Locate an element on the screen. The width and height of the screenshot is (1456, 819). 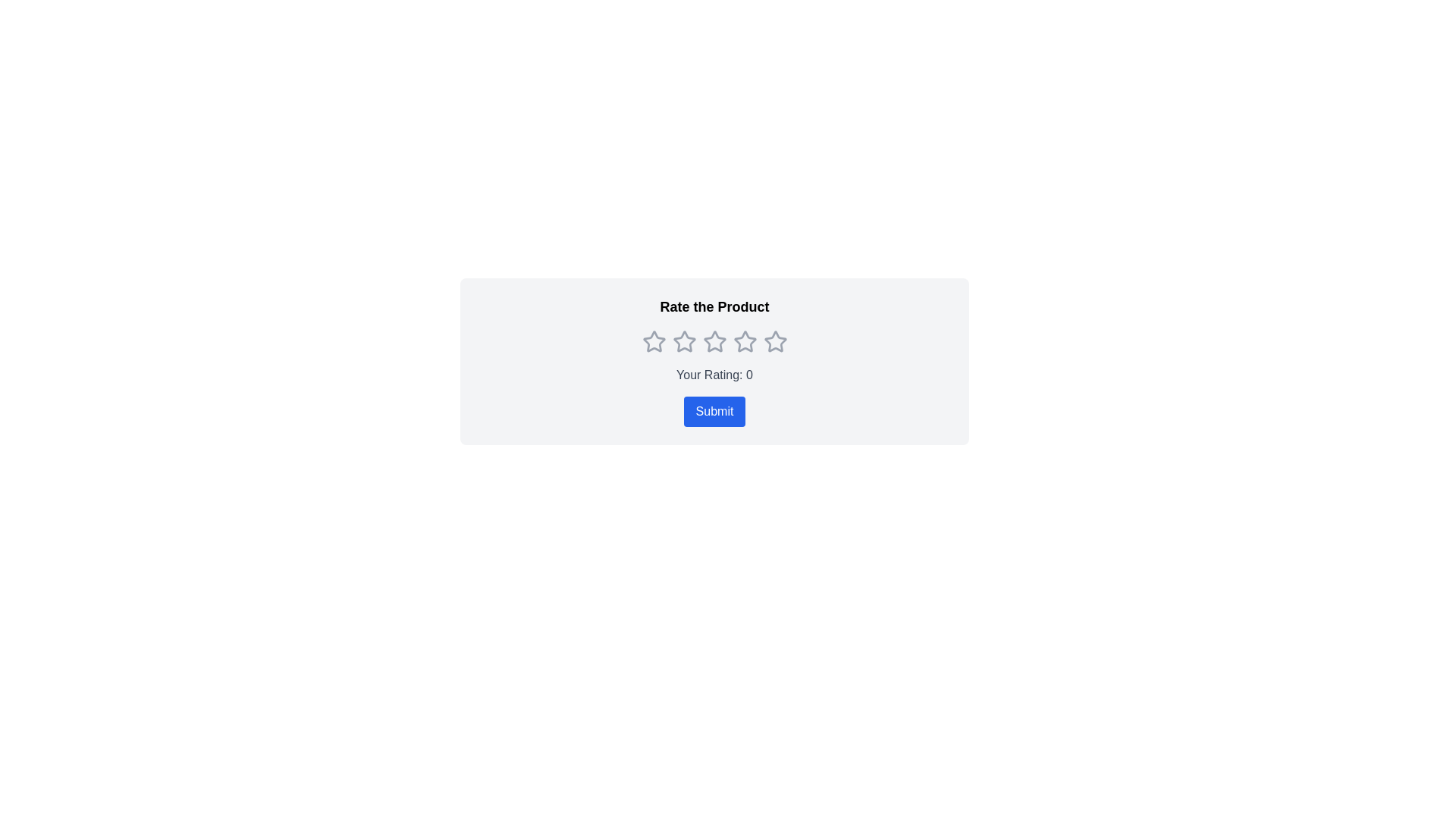
a star in the interactive rating component to provide a rating for the product is located at coordinates (714, 362).